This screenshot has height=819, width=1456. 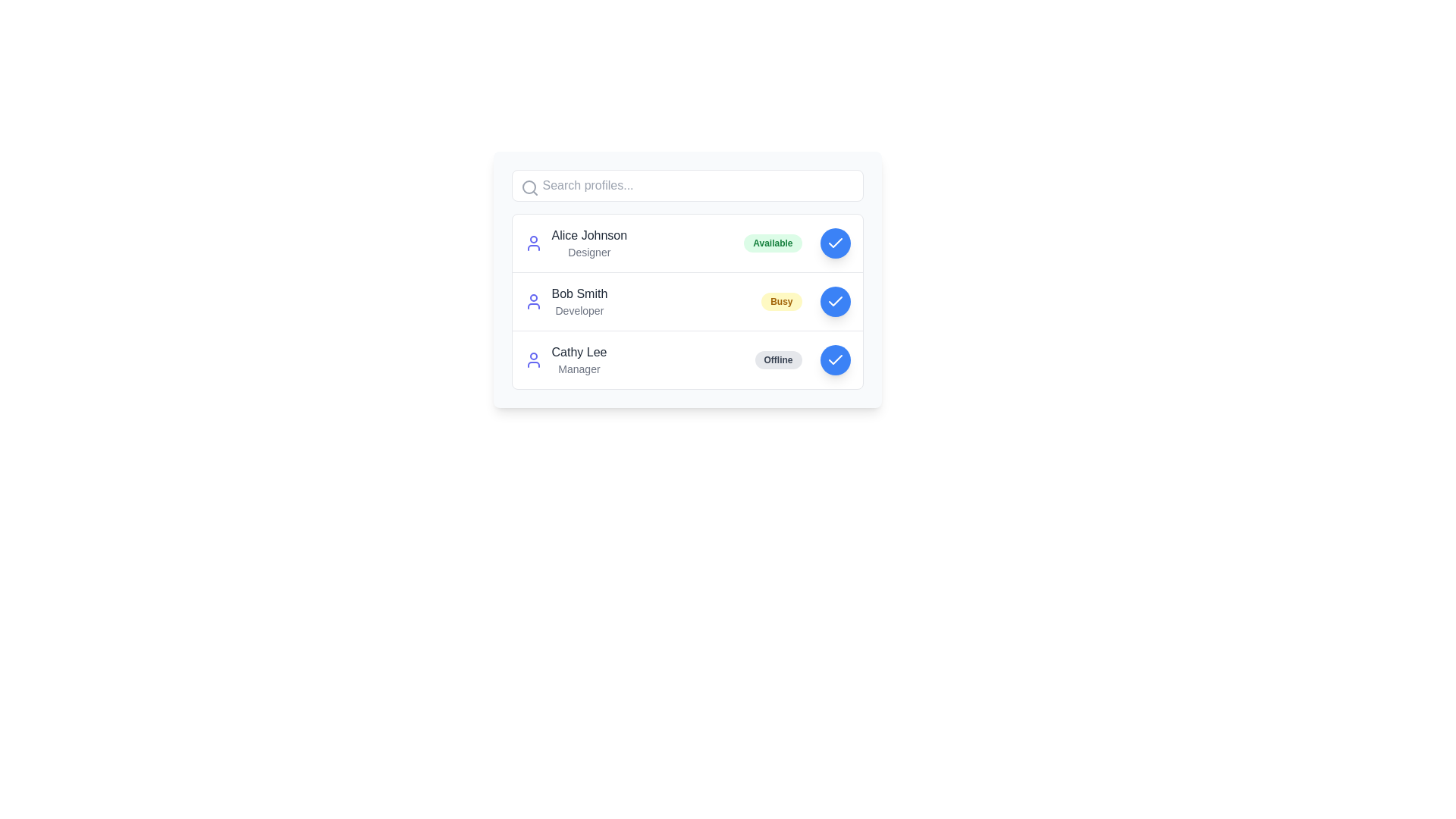 What do you see at coordinates (686, 185) in the screenshot?
I see `the search bar at the top of the user profile card layout to focus it` at bounding box center [686, 185].